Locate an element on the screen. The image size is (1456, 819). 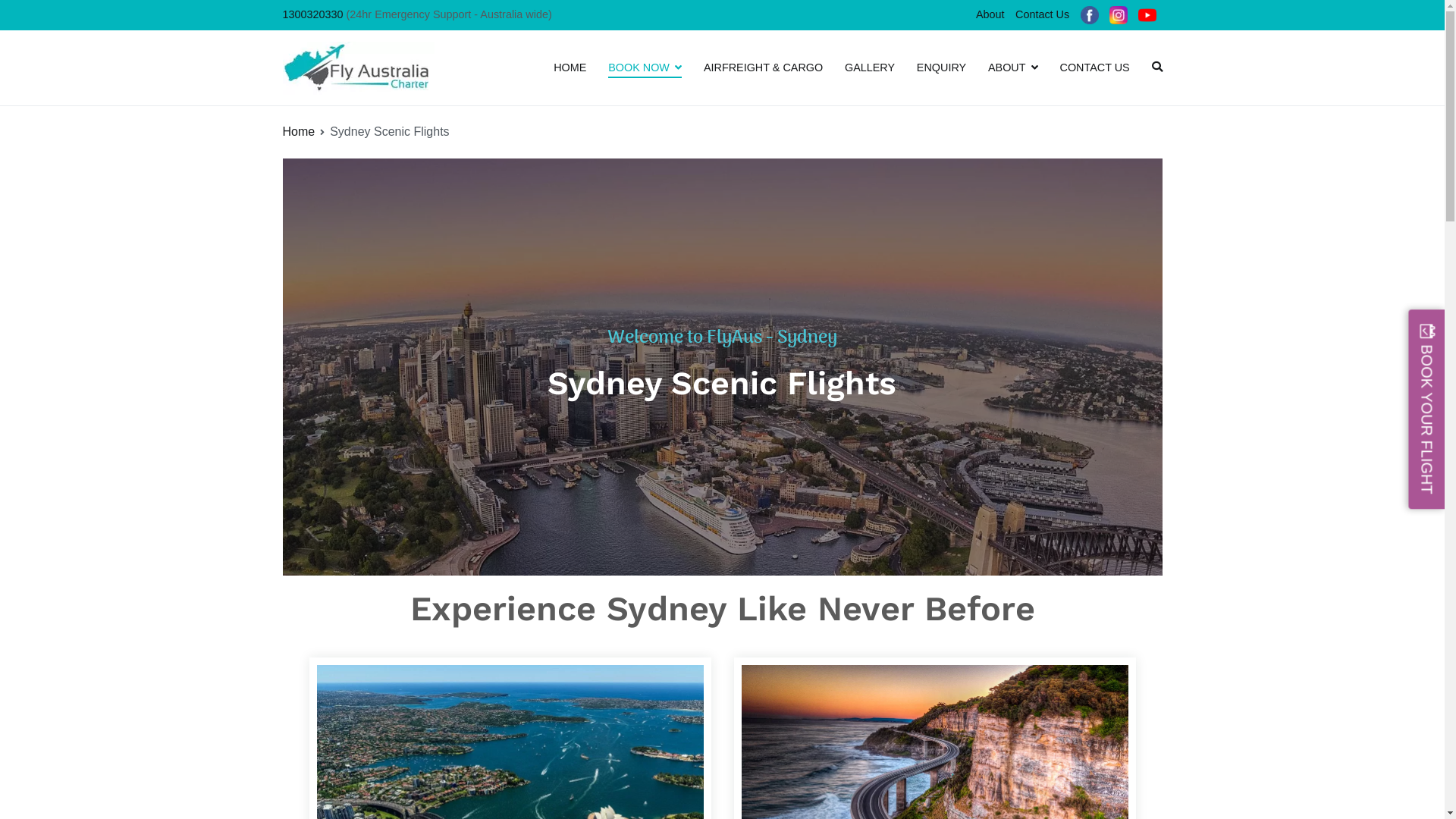
'FlyAus' is located at coordinates (469, 78).